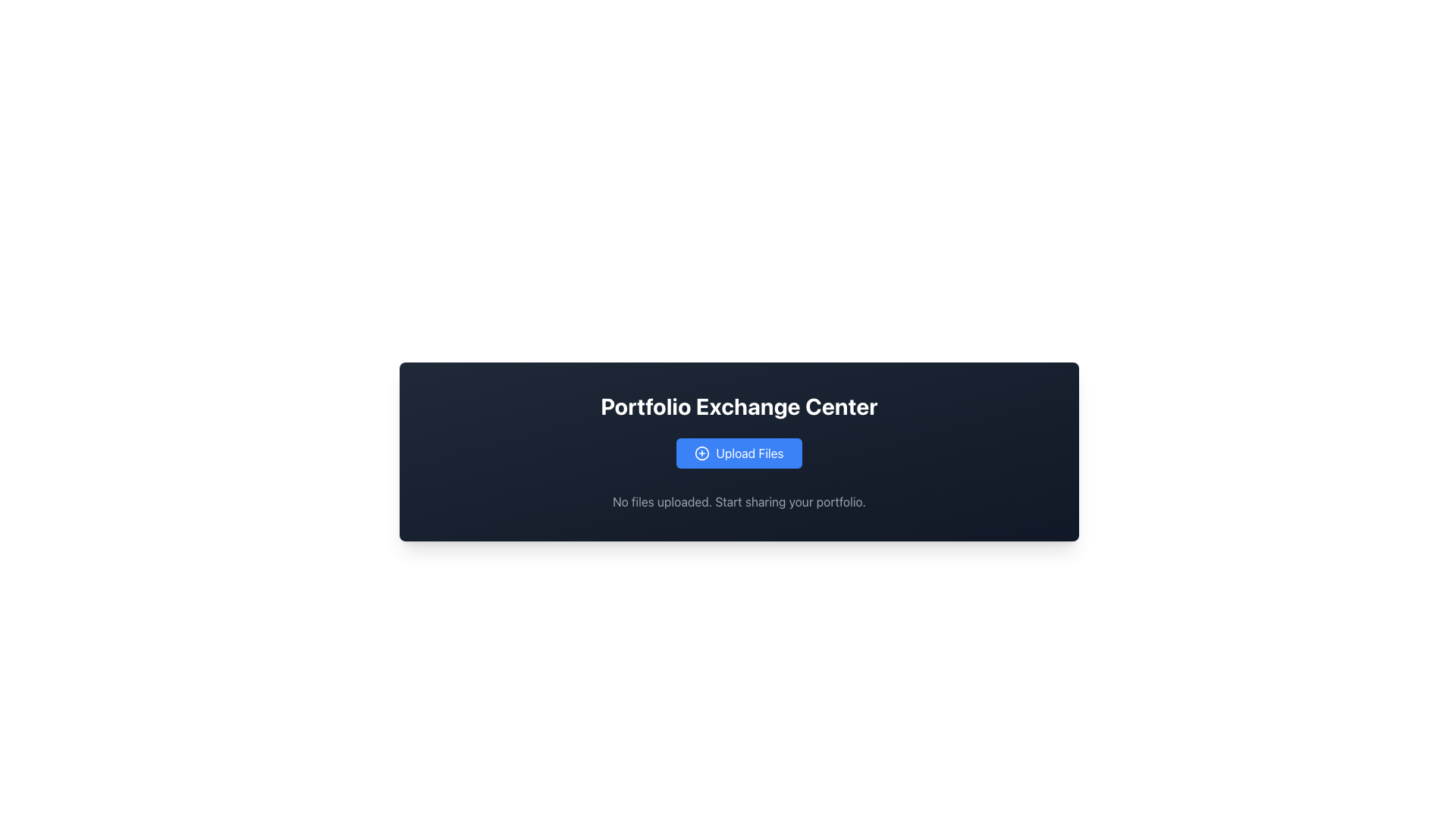  I want to click on the heading element displaying 'Portfolio Exchange Center' which is prominently styled in bold white text against a dark gradient background, so click(739, 406).